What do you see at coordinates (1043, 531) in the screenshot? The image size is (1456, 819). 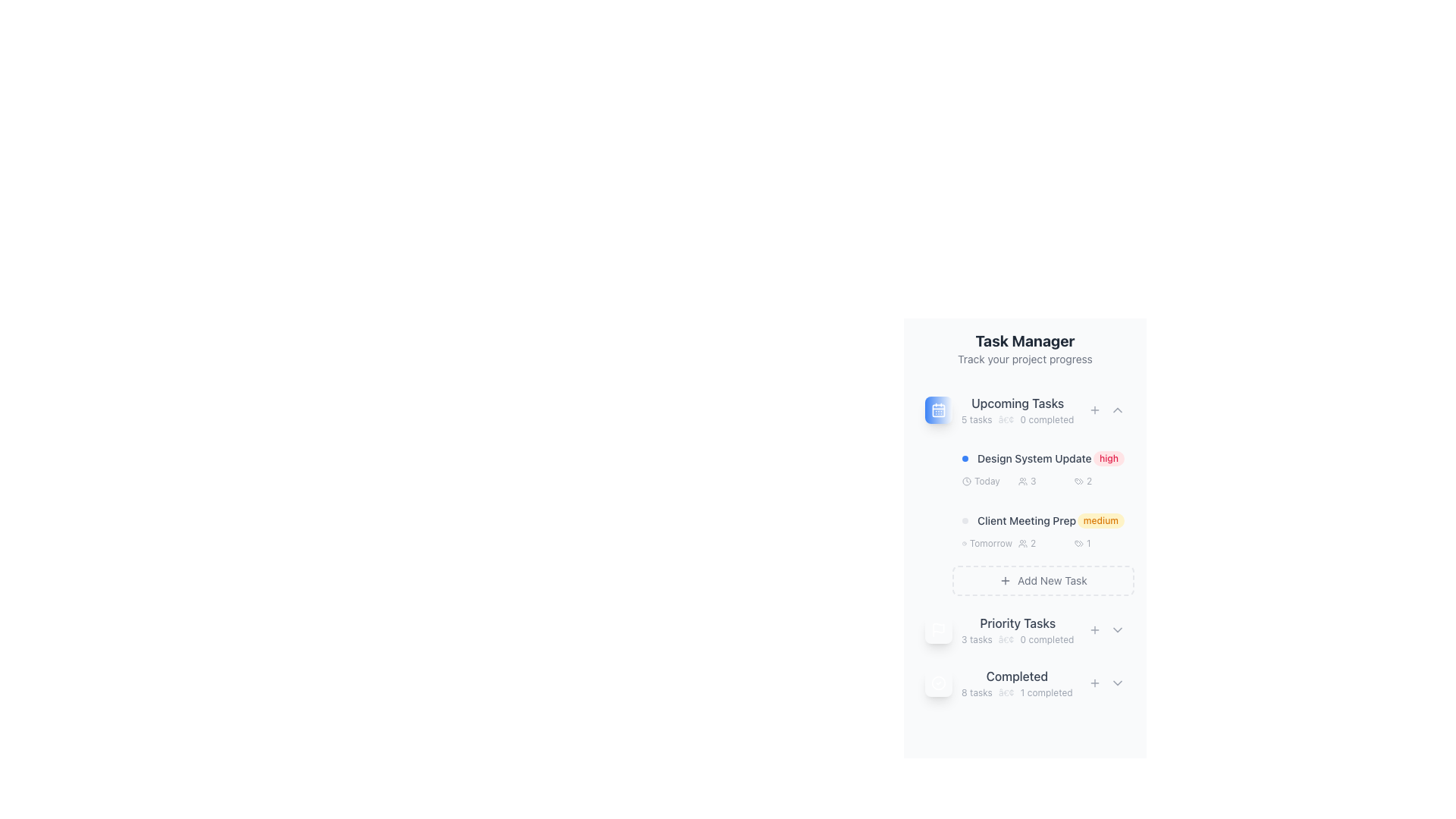 I see `the second task item in the 'Upcoming Tasks' section of the 'Task Manager' interface` at bounding box center [1043, 531].